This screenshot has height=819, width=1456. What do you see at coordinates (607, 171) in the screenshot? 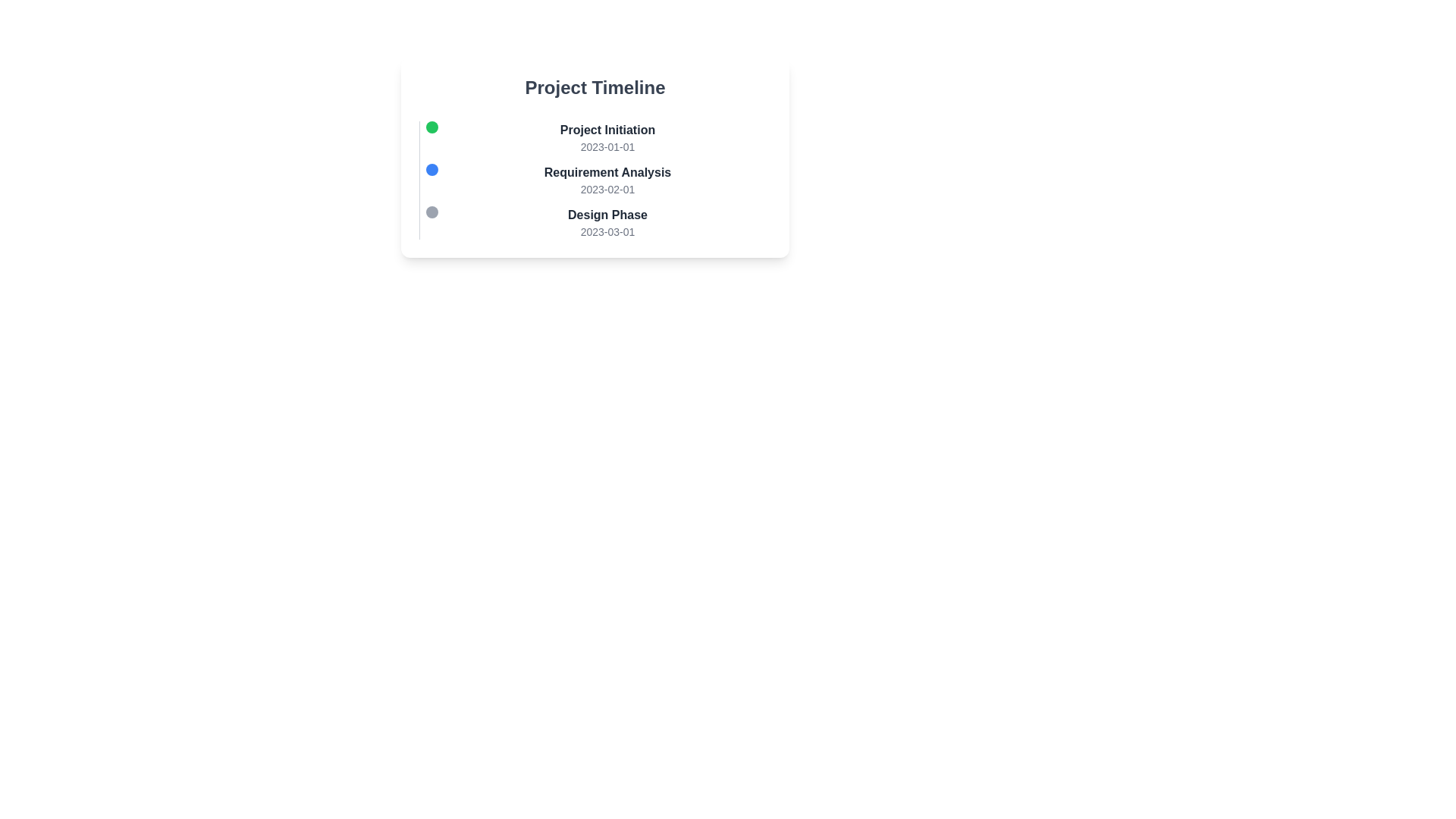
I see `the Static Text Label reading 'Requirement Analysis' in the vertical timeline widget, which is the second item in the timeline and has strong dark-gray text against a light background` at bounding box center [607, 171].